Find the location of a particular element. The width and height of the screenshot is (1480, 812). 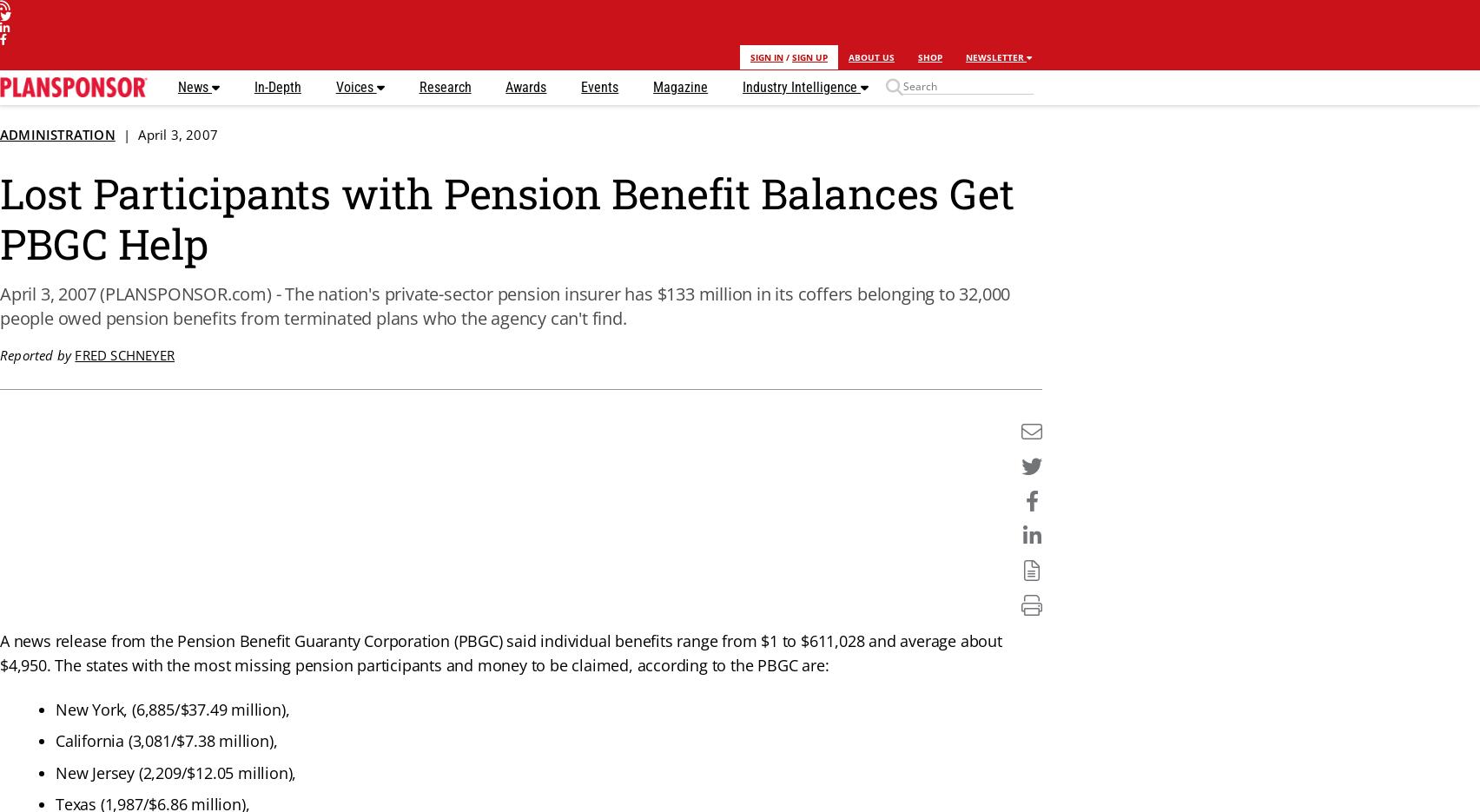

'Fred Schneyer' is located at coordinates (124, 354).